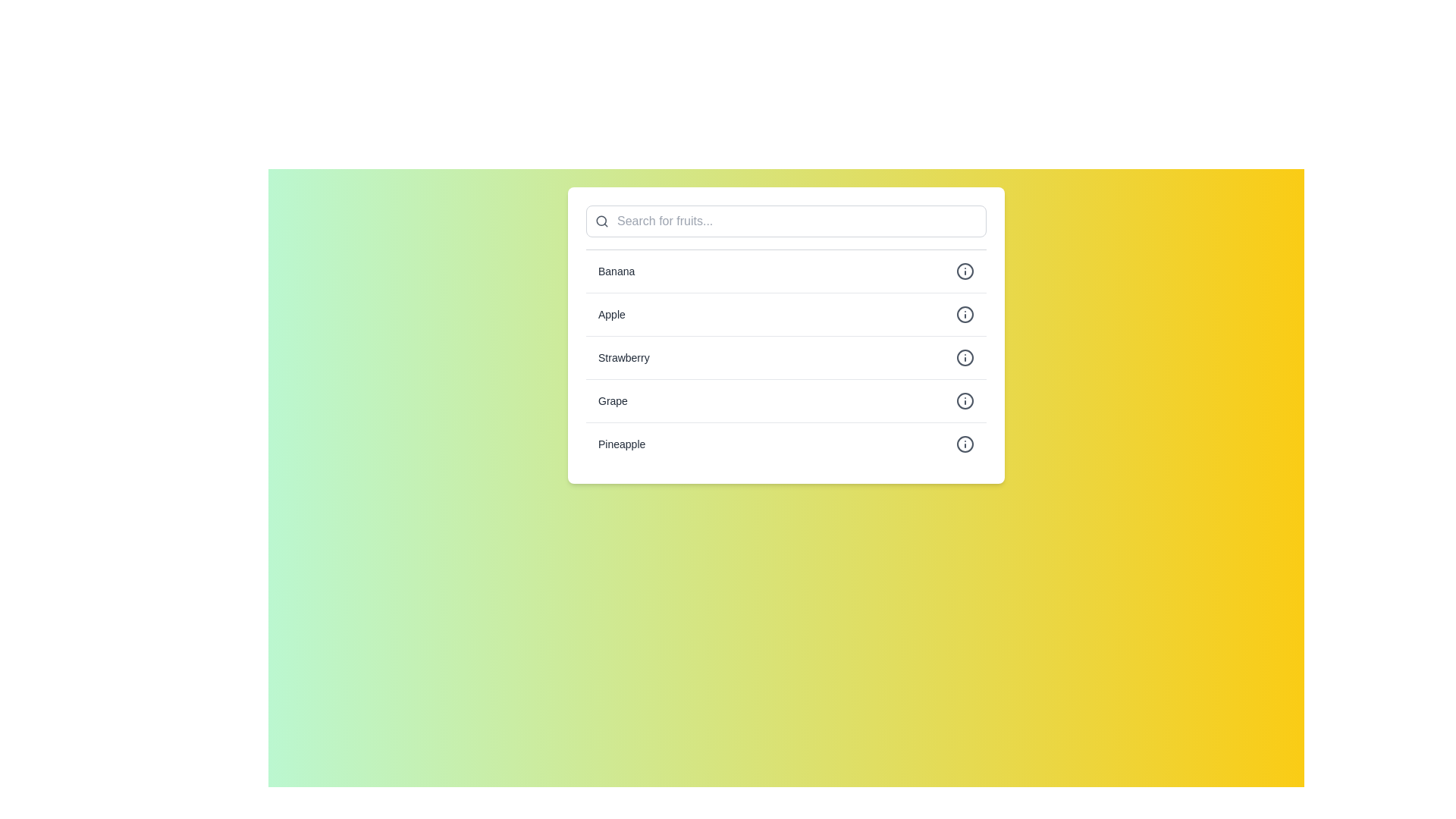 This screenshot has width=1456, height=819. I want to click on the information icon located at the far right of the 'Banana' list item, so click(964, 271).